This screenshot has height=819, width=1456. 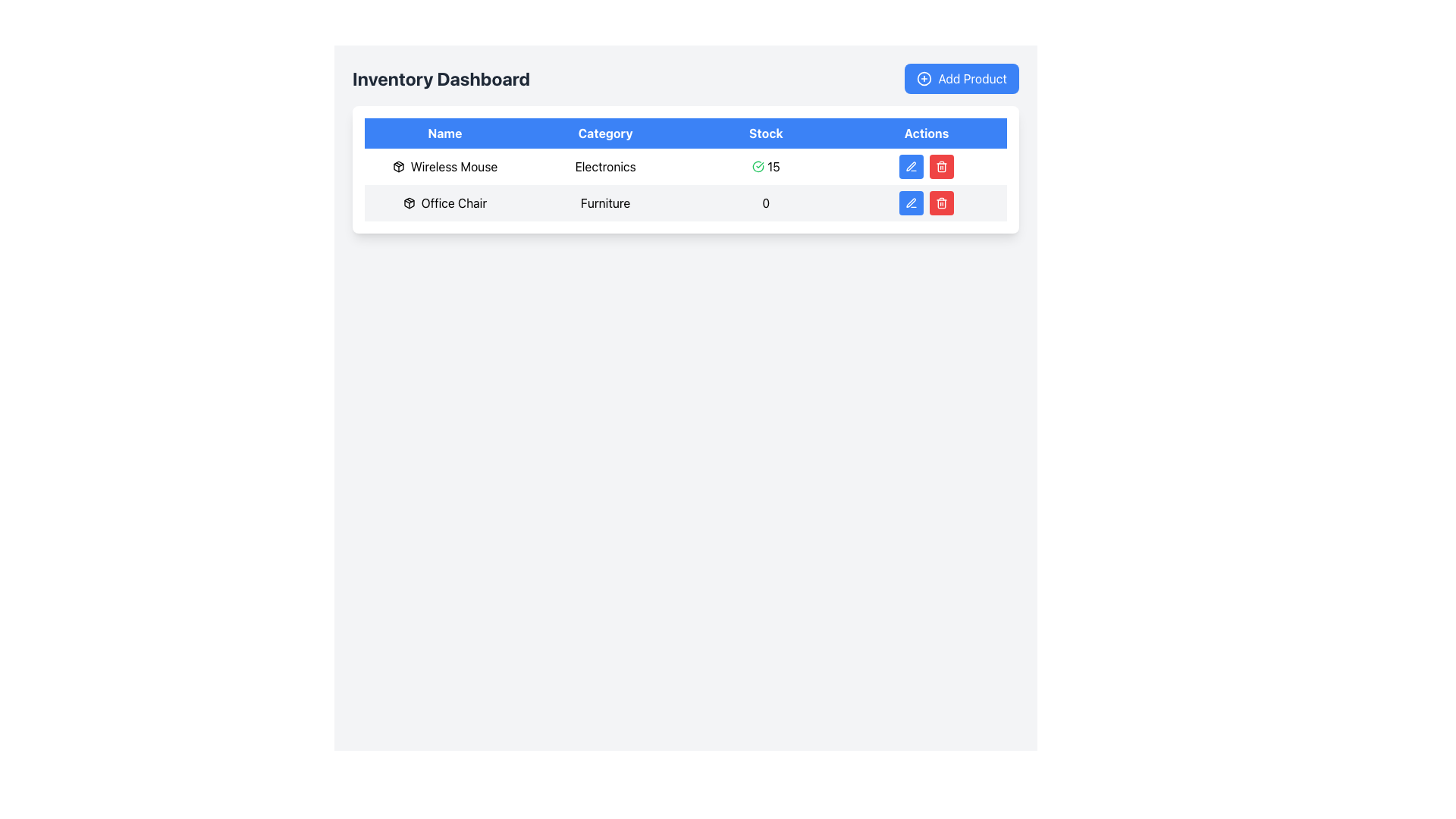 I want to click on the trash can icon within the red delete button located in the 'Actions' column on the second row of the table, so click(x=941, y=168).